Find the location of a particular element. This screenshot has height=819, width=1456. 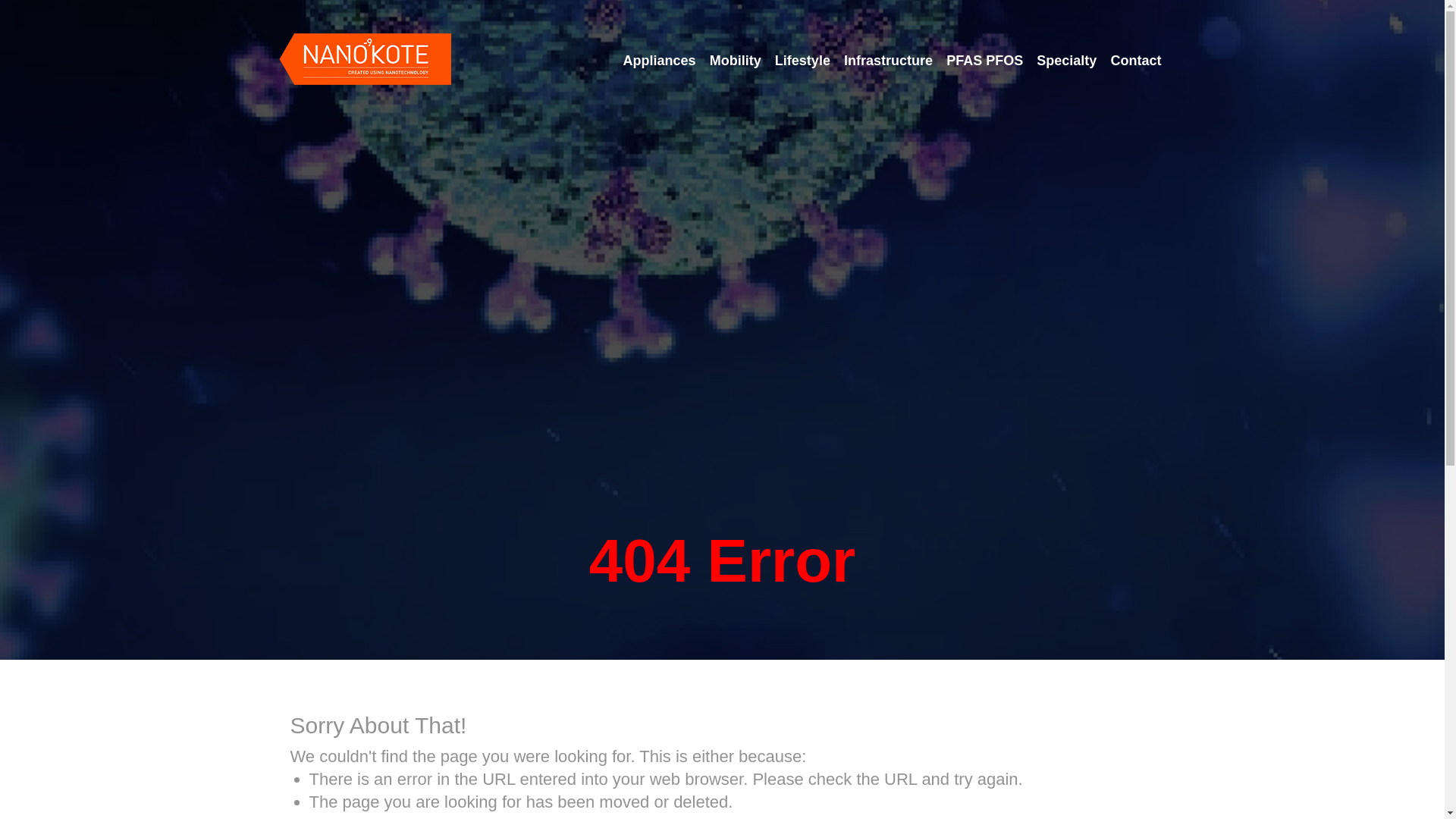

'PFAS PFOS' is located at coordinates (941, 60).